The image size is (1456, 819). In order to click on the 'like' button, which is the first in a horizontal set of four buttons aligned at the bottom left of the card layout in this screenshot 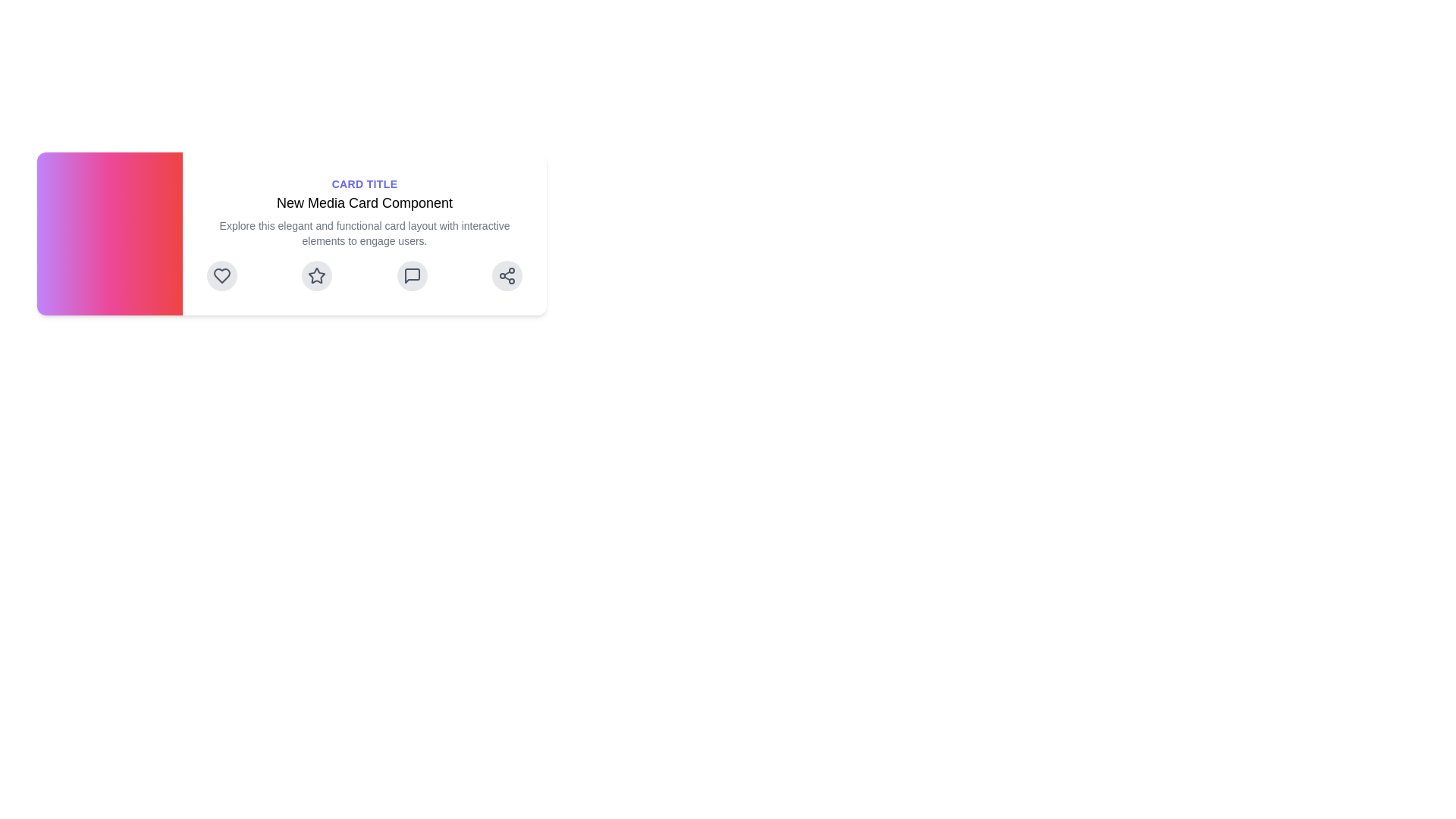, I will do `click(221, 275)`.